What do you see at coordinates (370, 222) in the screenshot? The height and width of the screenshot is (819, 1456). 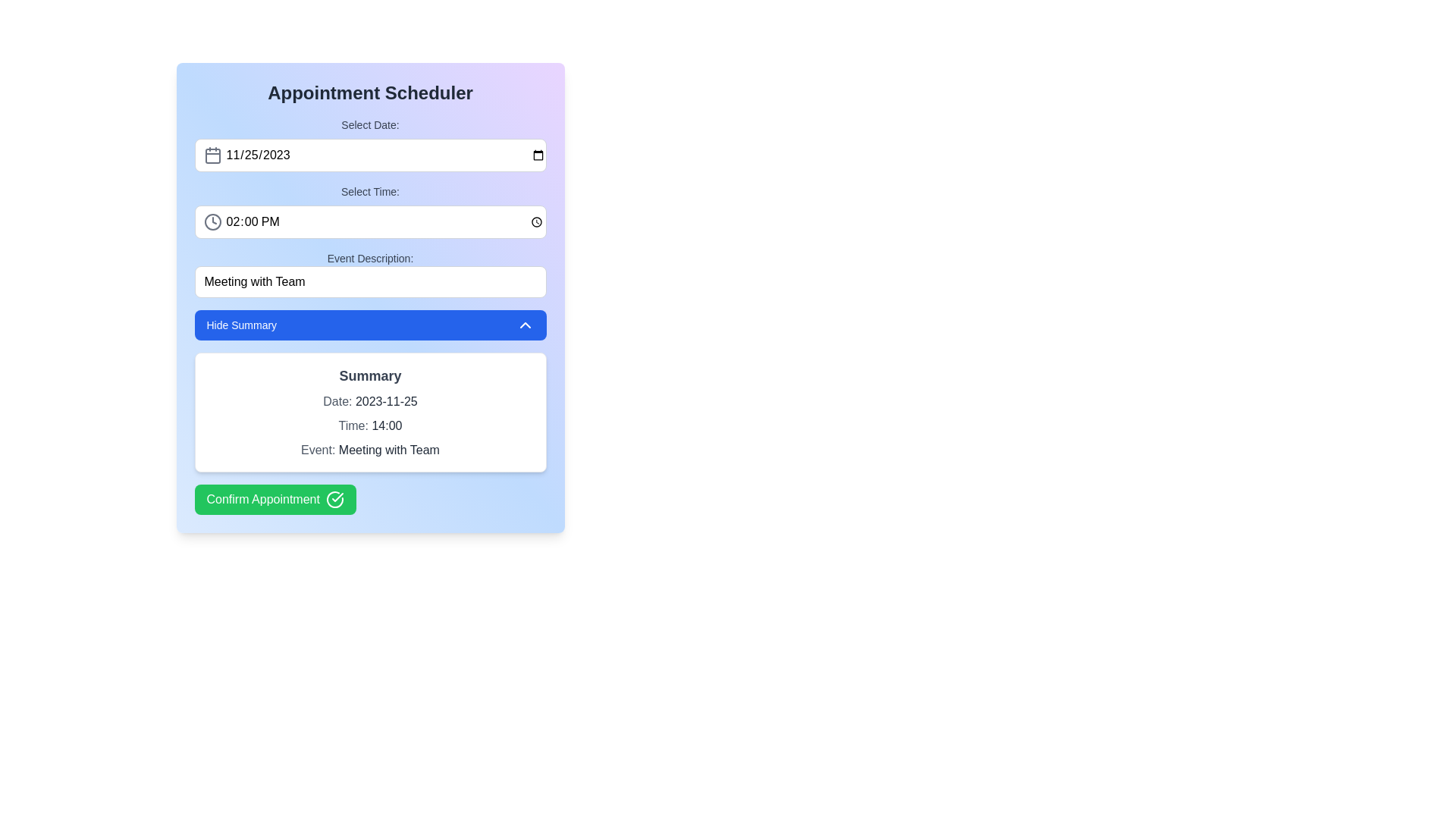 I see `the Time input field by tabbing to it` at bounding box center [370, 222].